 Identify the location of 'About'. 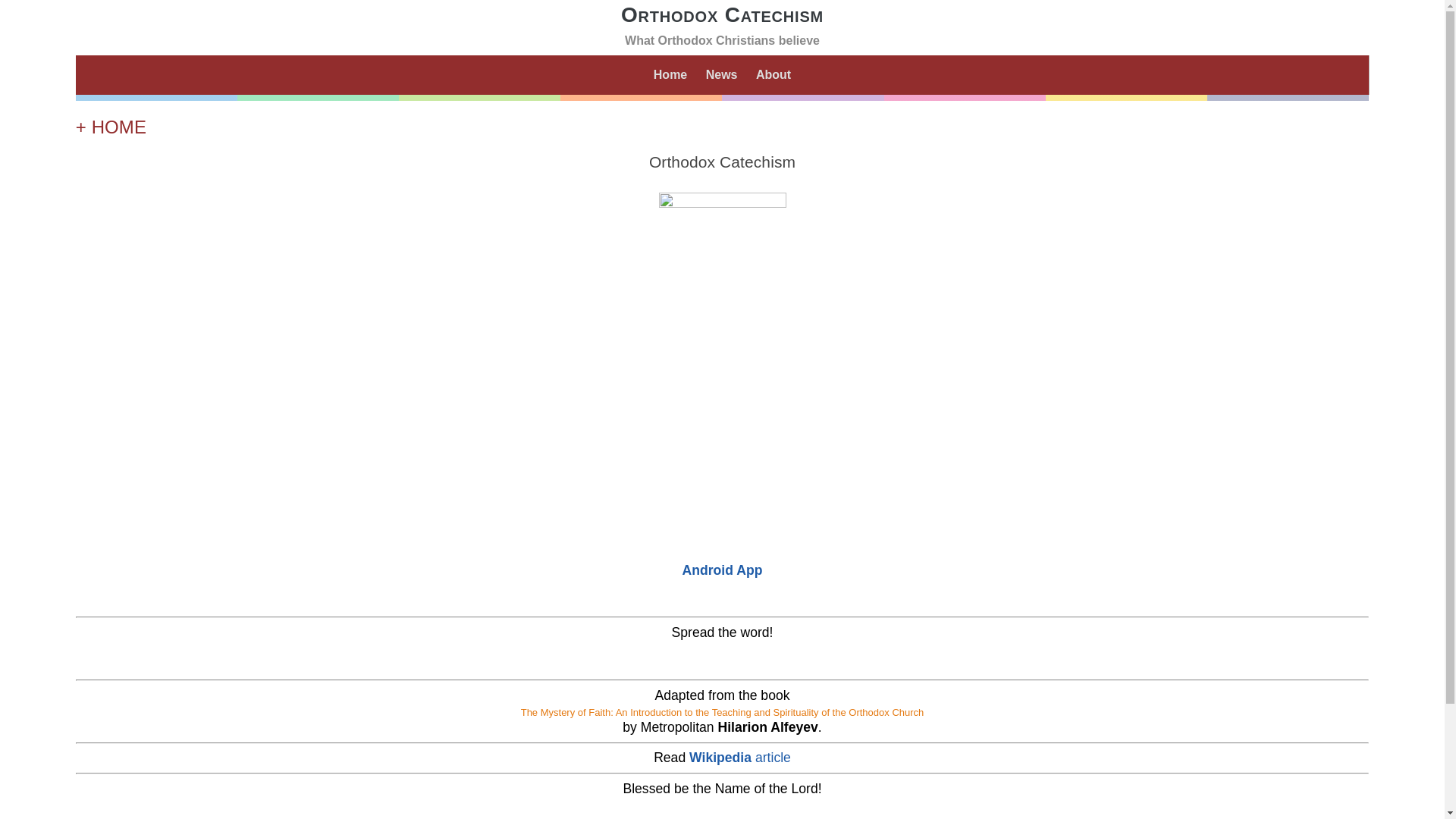
(752, 75).